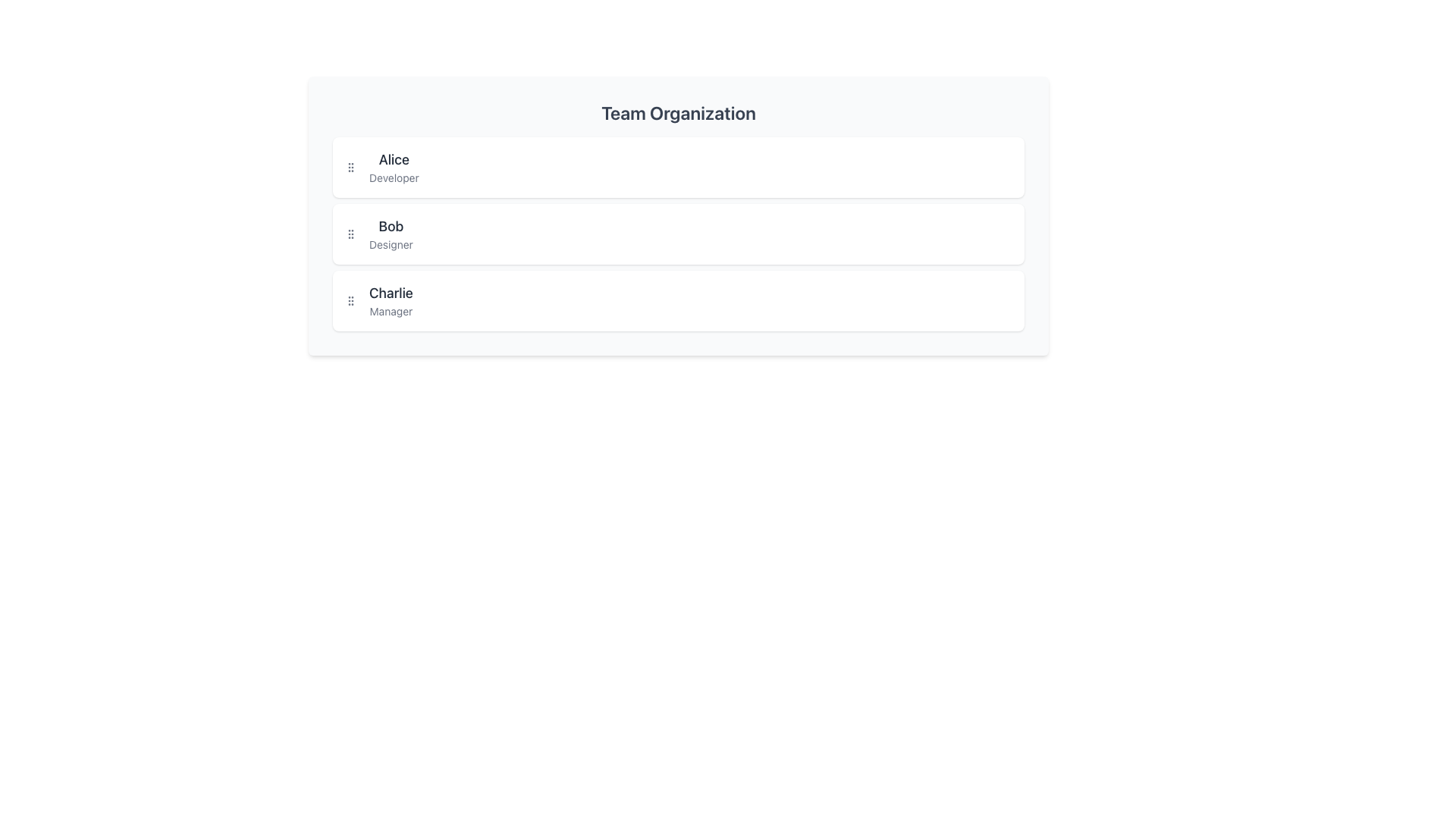  I want to click on the second team member card in the list, which includes names and roles of team members, positioned below 'Alice - Developer' and above 'Charlie - Manager', so click(677, 234).